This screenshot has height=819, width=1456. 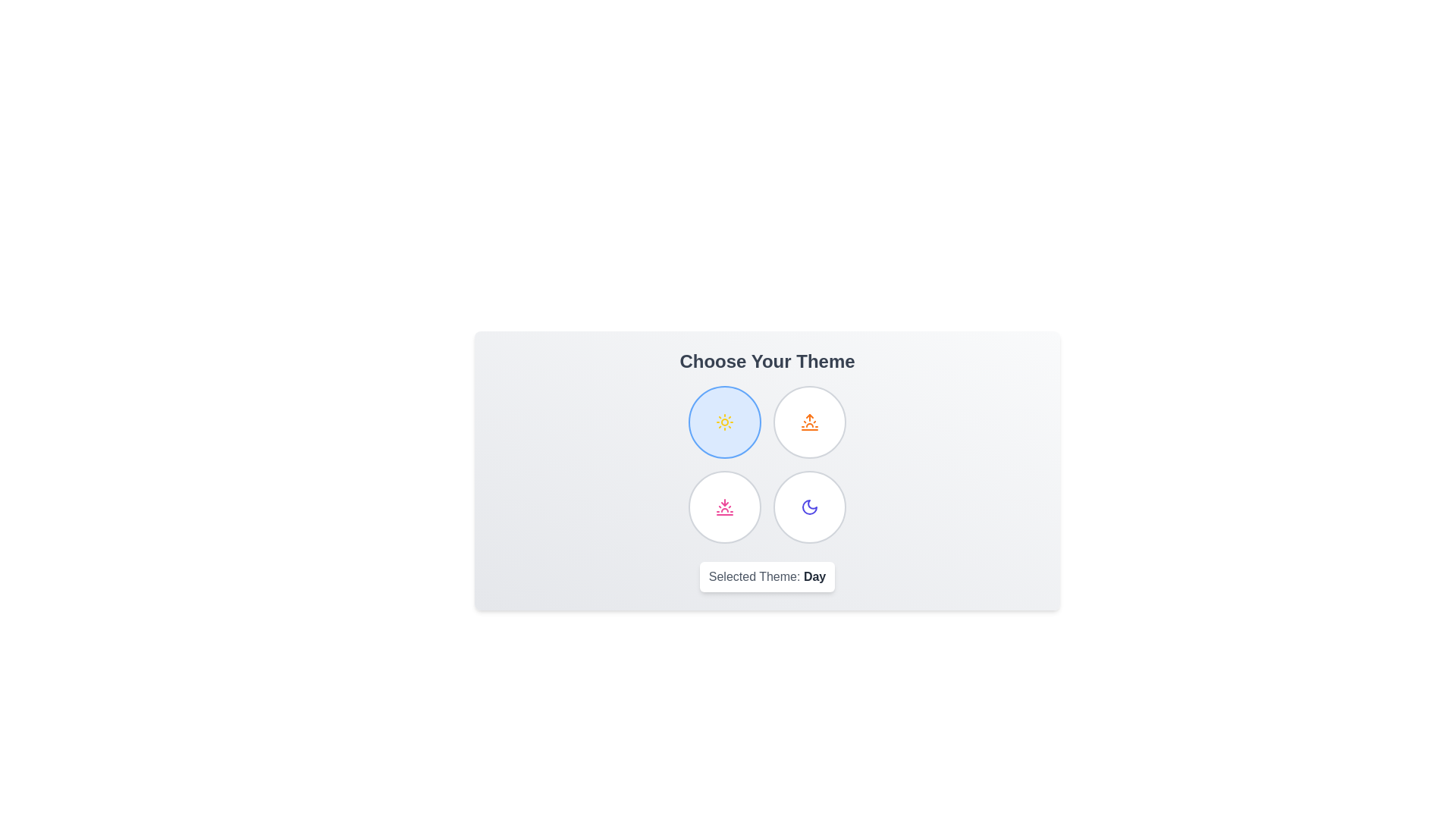 I want to click on the theme Sunset by clicking on its respective button, so click(x=723, y=507).